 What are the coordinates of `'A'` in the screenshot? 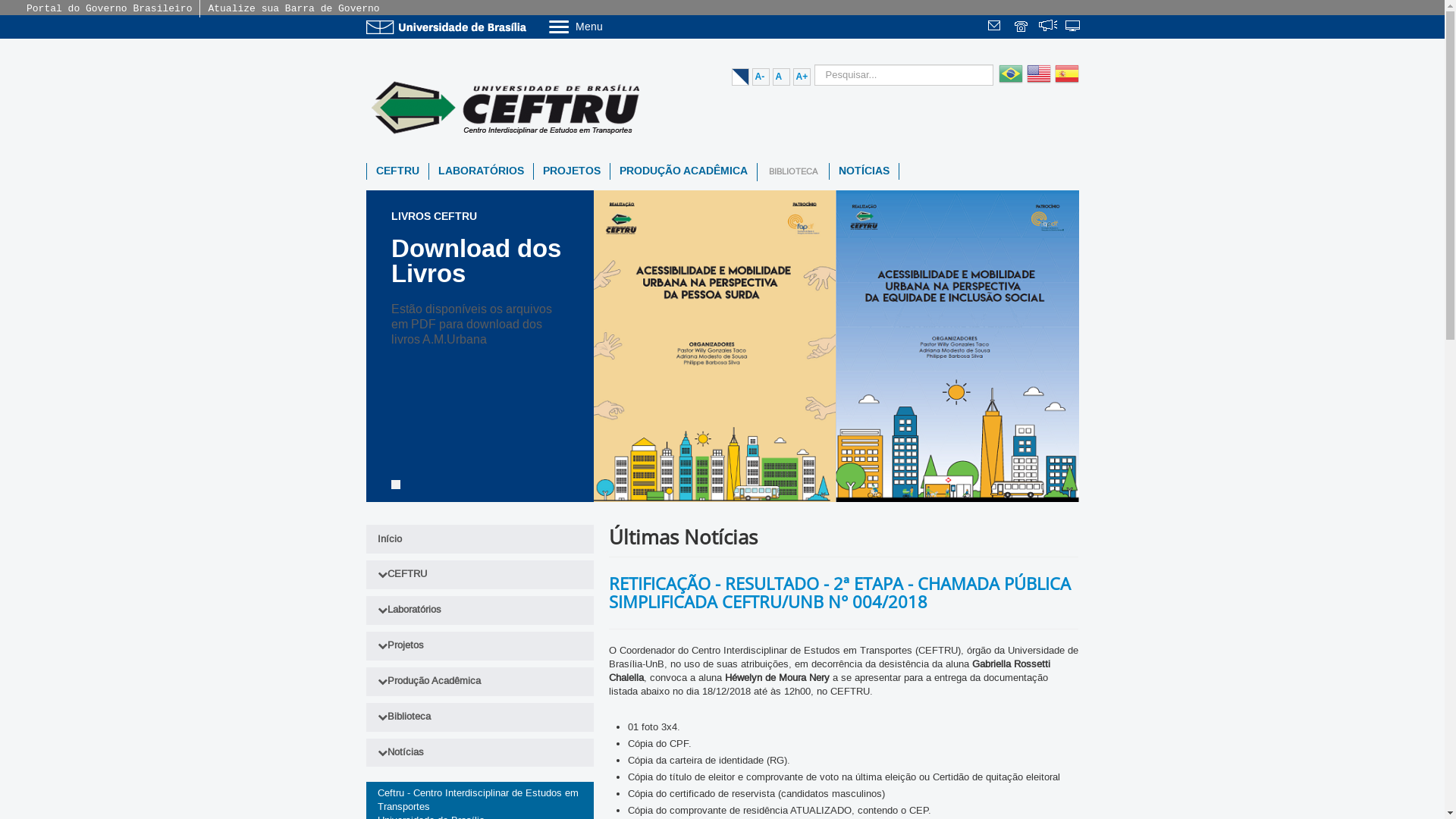 It's located at (780, 77).